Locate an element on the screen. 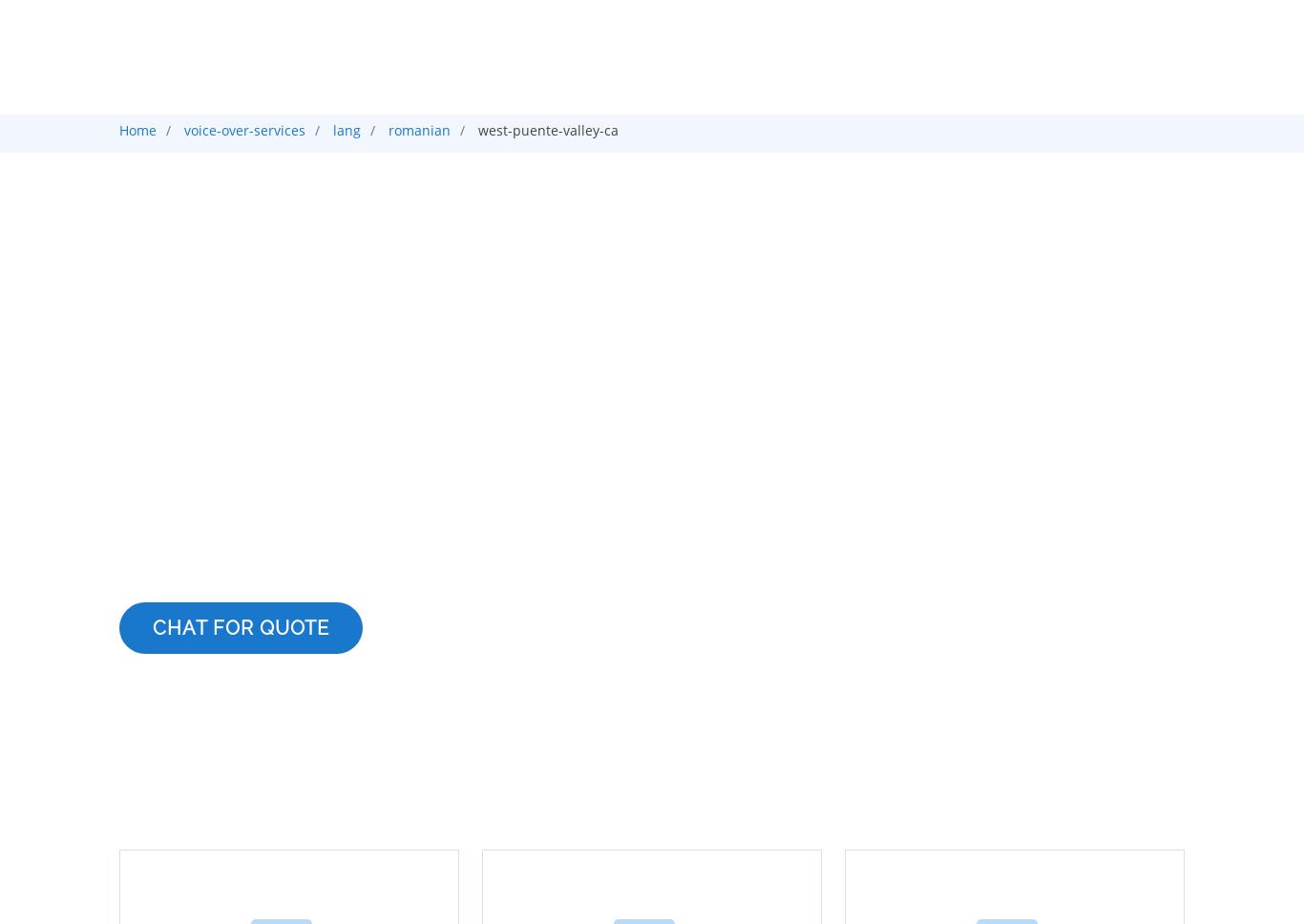 Image resolution: width=1304 pixels, height=924 pixels. 'Document' is located at coordinates (632, 206).